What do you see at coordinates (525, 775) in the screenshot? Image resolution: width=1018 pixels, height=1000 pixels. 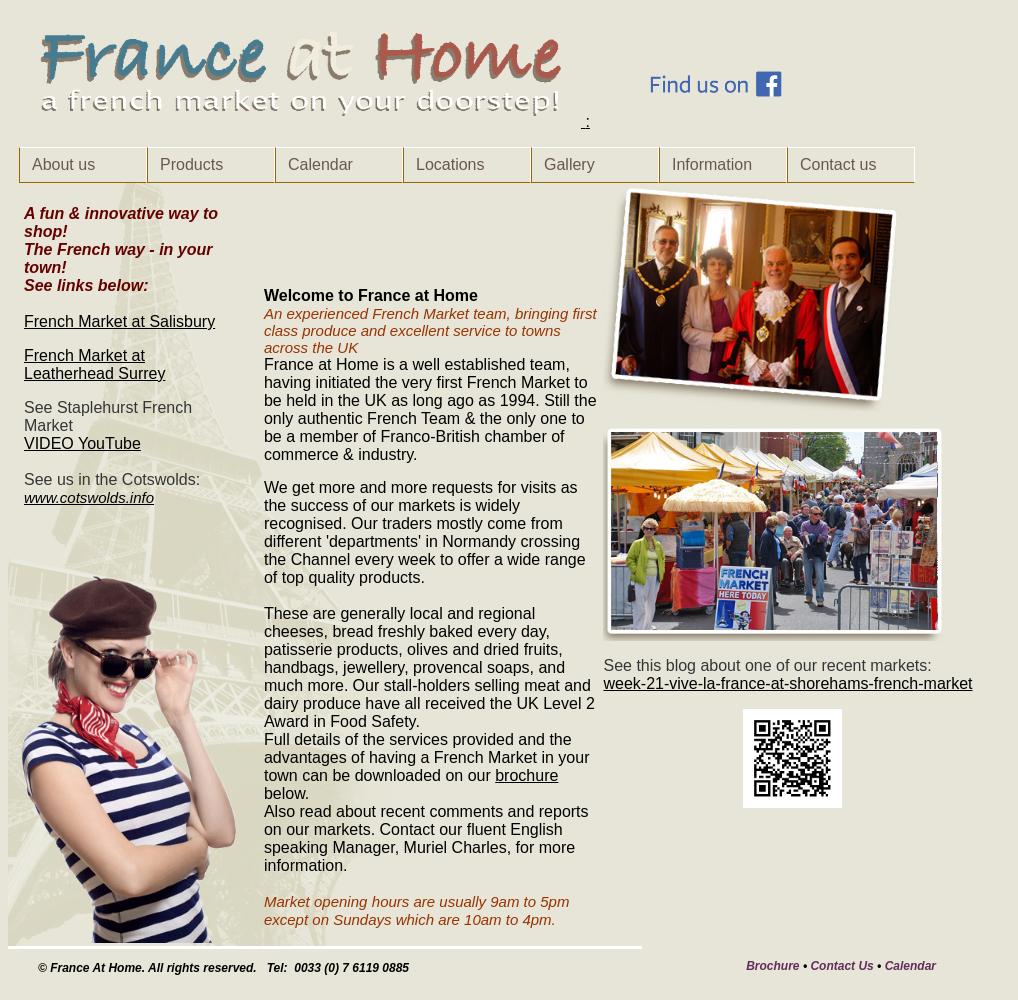 I see `'brochure'` at bounding box center [525, 775].